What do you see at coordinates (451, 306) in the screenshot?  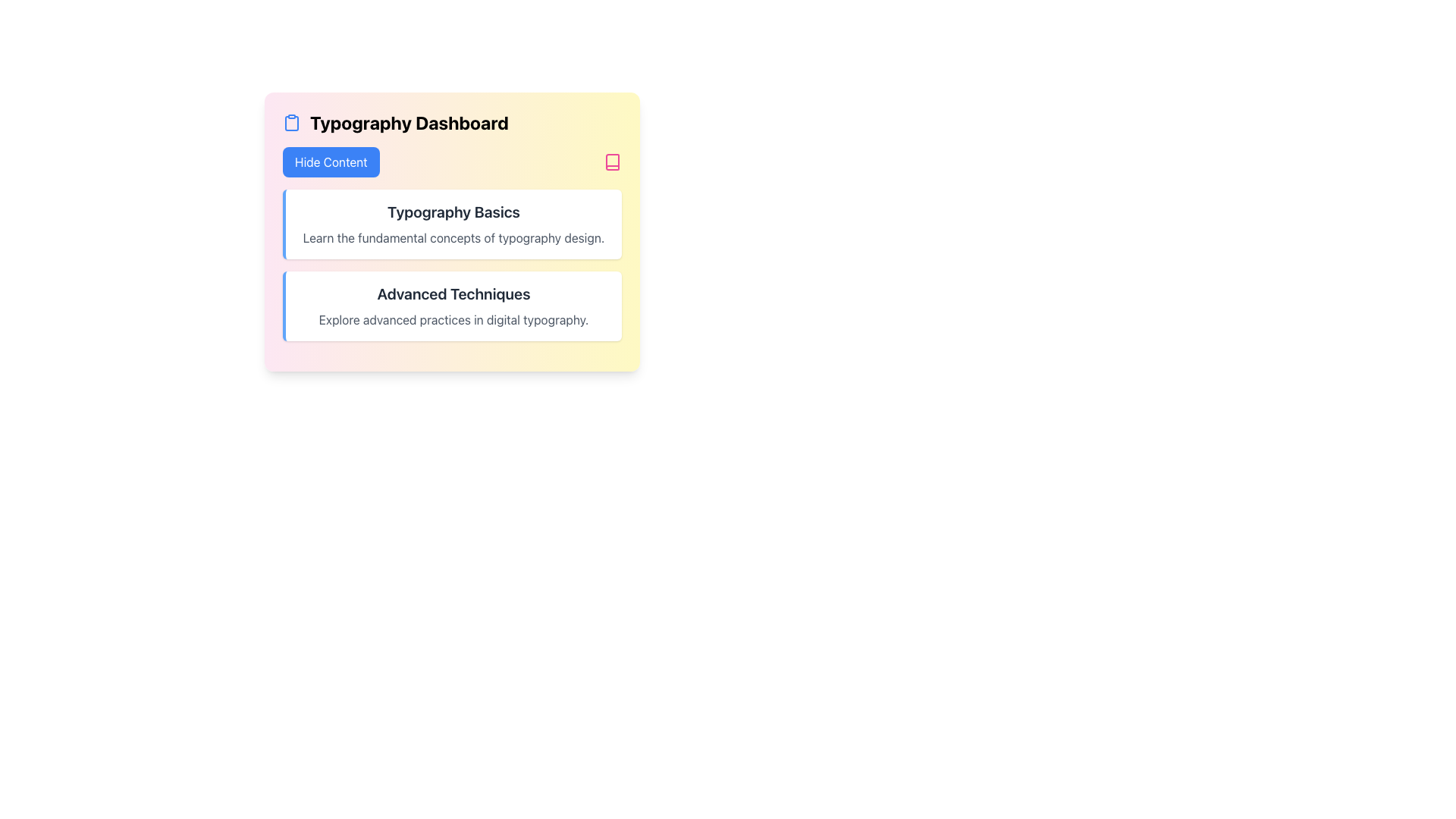 I see `the Information Card that provides details about advanced techniques in typography, positioned as the second card in a vertical list after 'Typography Basics.'` at bounding box center [451, 306].